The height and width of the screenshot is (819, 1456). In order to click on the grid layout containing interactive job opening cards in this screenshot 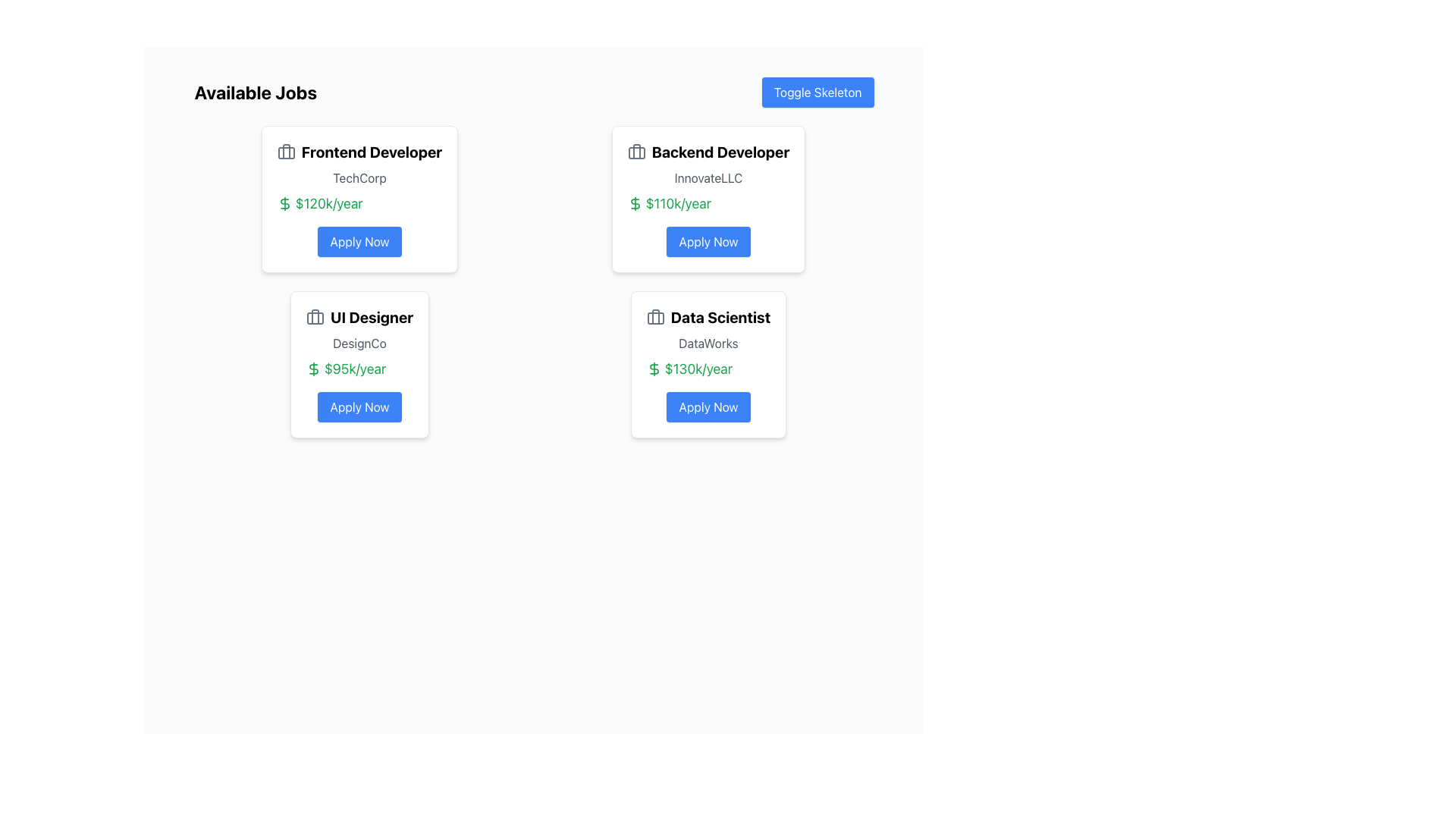, I will do `click(534, 281)`.